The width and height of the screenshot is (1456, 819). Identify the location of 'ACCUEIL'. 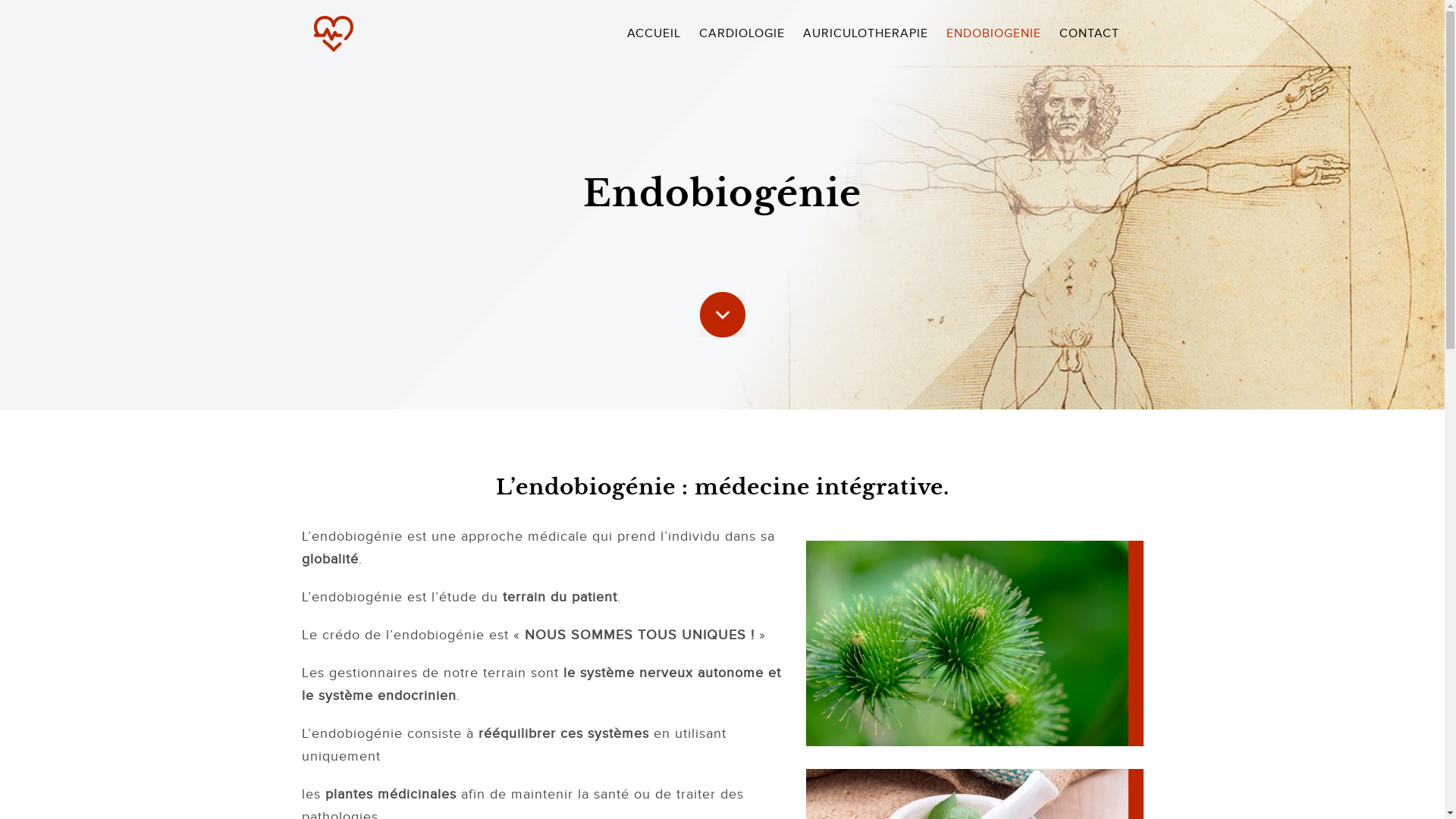
(620, 33).